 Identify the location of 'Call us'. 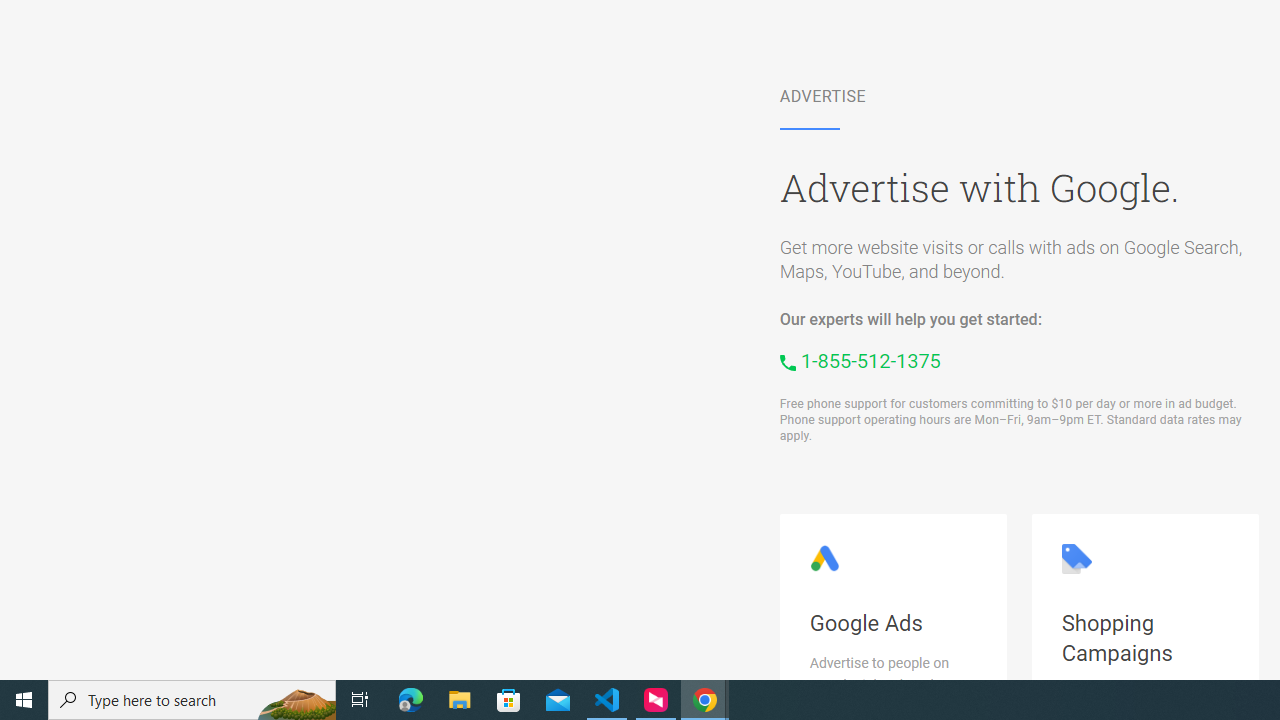
(860, 361).